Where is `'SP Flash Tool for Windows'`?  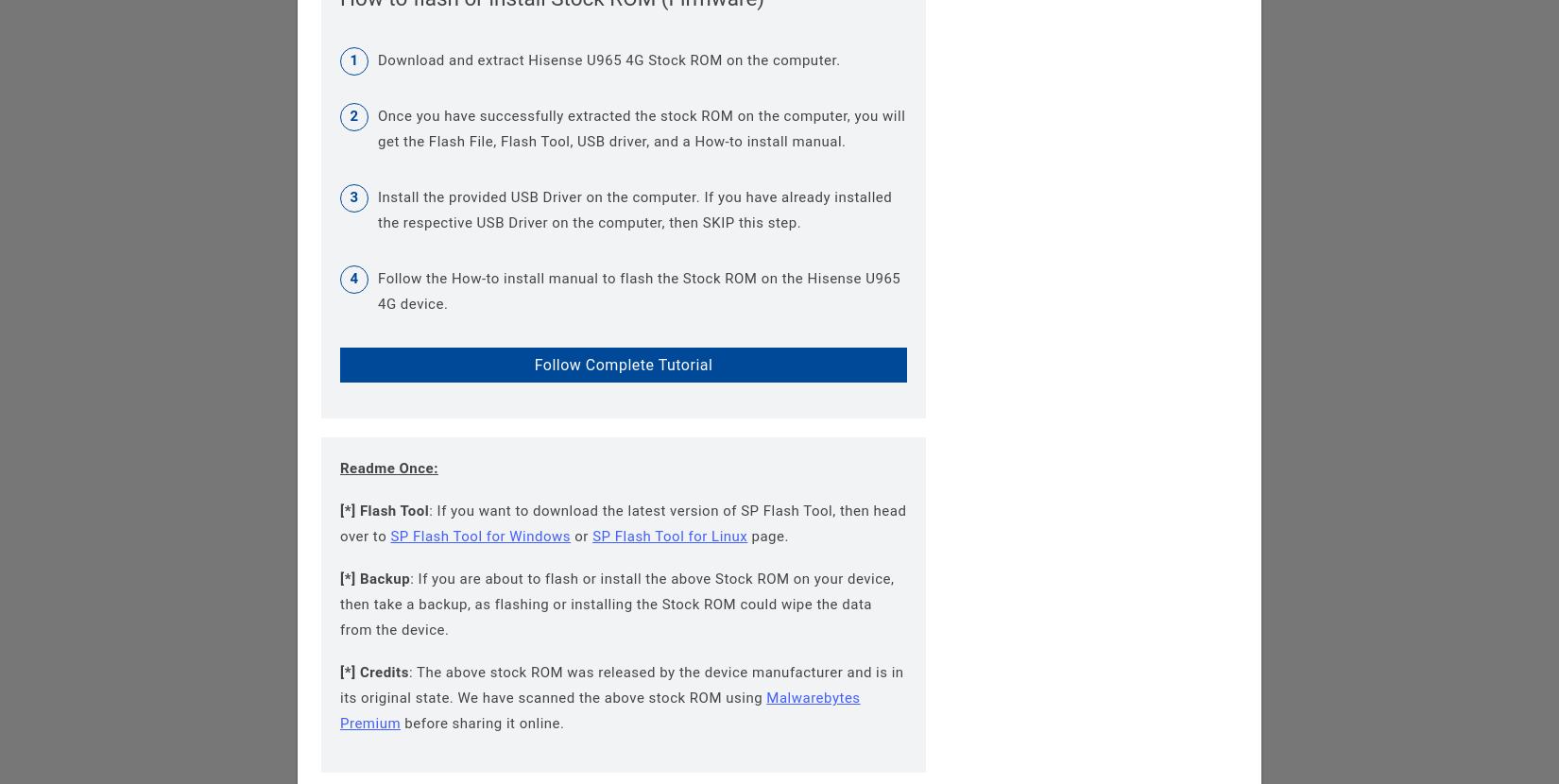 'SP Flash Tool for Windows' is located at coordinates (479, 535).